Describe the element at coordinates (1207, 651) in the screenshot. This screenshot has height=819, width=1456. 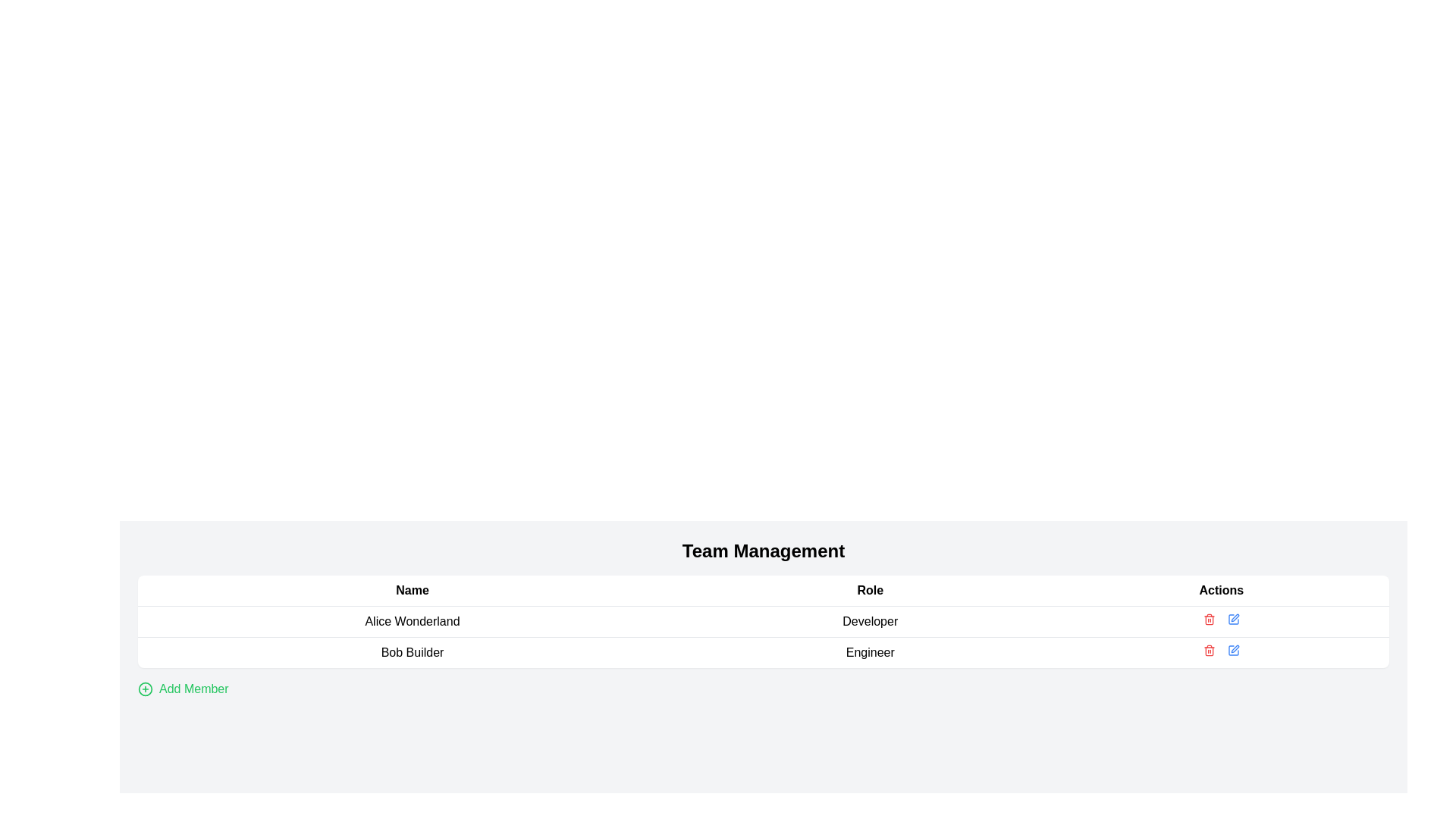
I see `the trash bin icon within the Actions column for the row corresponding to 'Bob Builder'` at that location.